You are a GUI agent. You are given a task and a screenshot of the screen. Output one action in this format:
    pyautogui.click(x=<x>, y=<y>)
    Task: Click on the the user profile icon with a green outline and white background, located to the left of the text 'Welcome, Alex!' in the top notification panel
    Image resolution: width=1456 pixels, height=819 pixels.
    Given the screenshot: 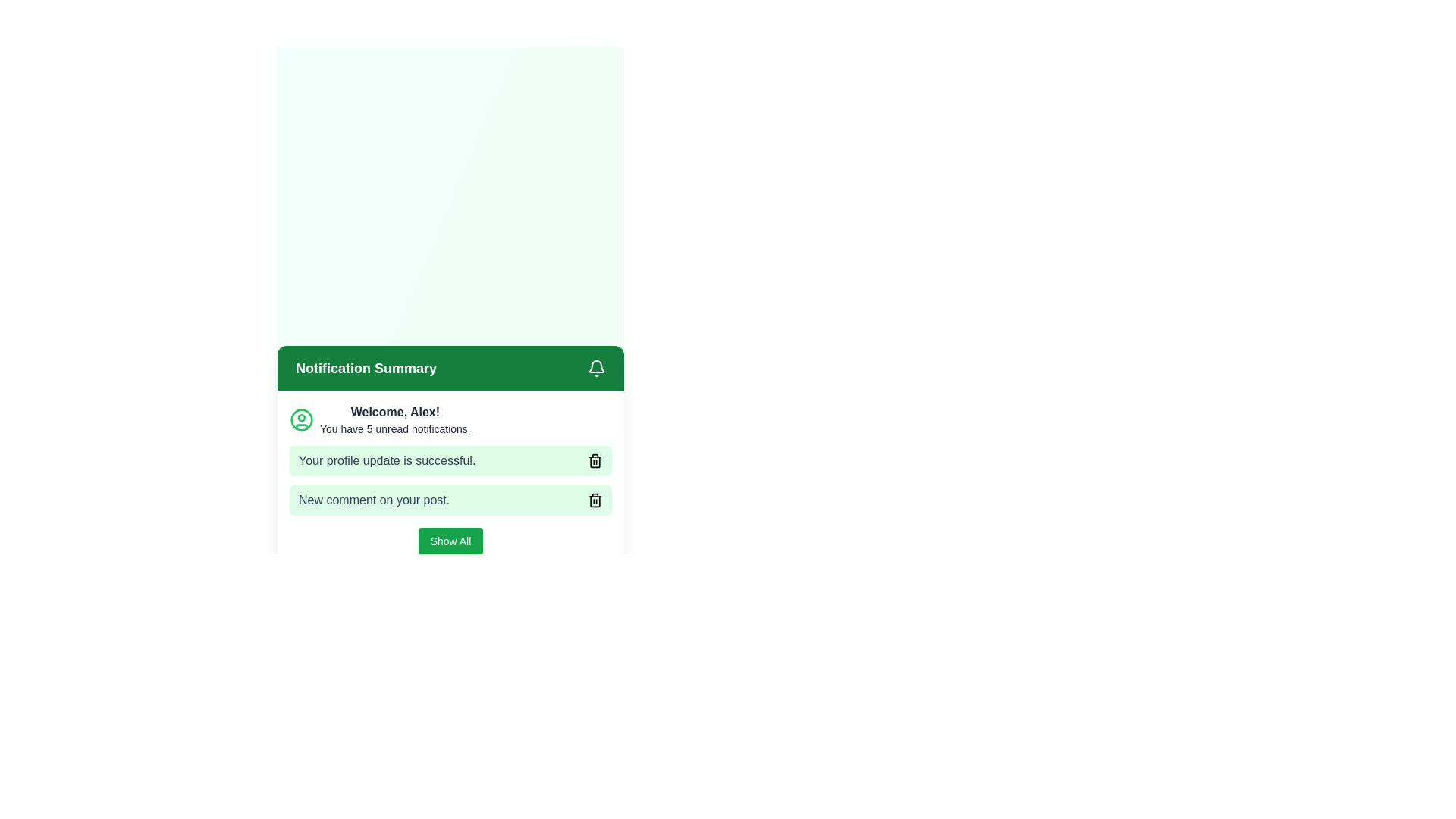 What is the action you would take?
    pyautogui.click(x=302, y=420)
    